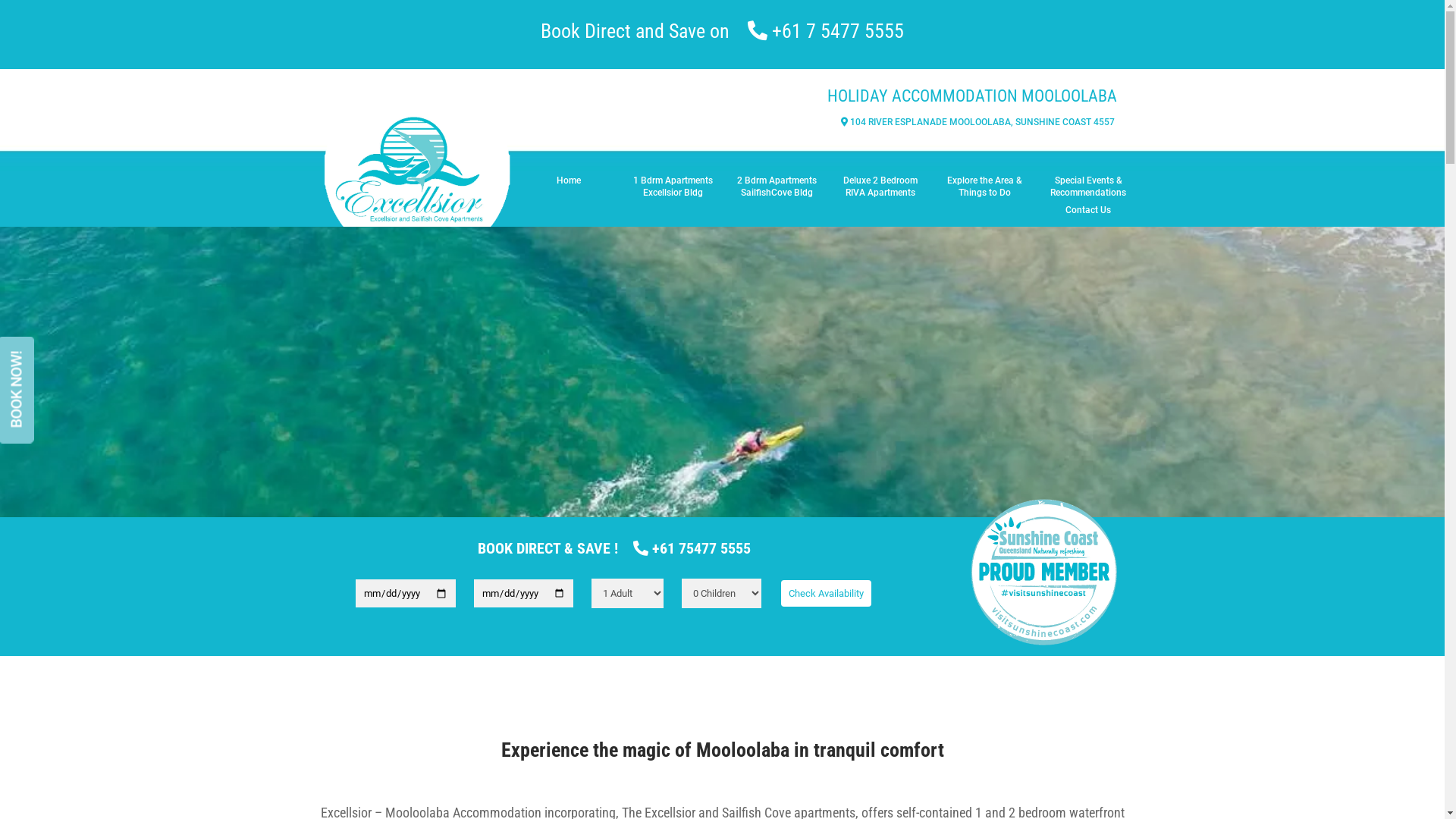  What do you see at coordinates (417, 148) in the screenshot?
I see `'Header-Logo-Circle-croped'` at bounding box center [417, 148].